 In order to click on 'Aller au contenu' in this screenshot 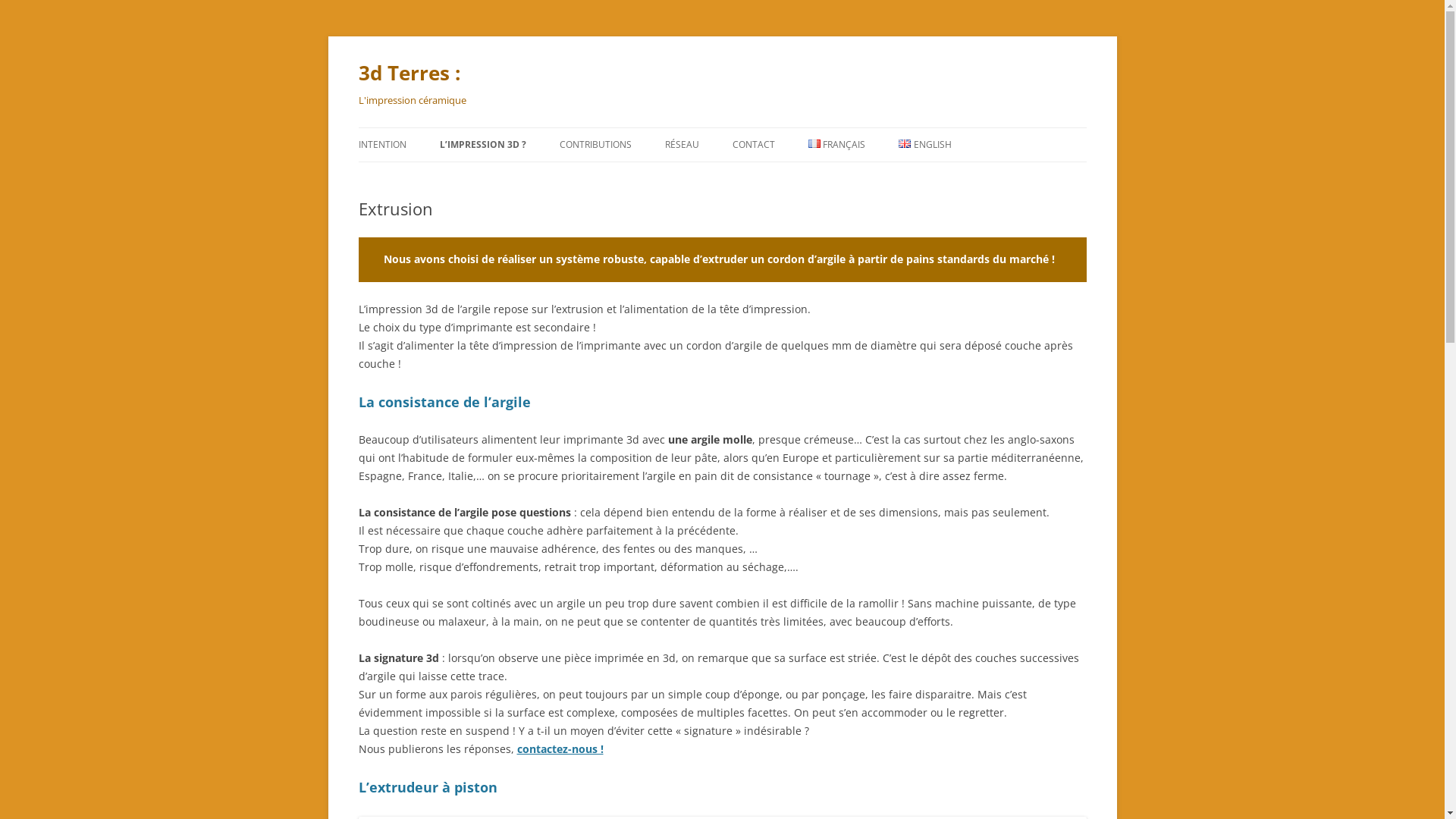, I will do `click(720, 127)`.